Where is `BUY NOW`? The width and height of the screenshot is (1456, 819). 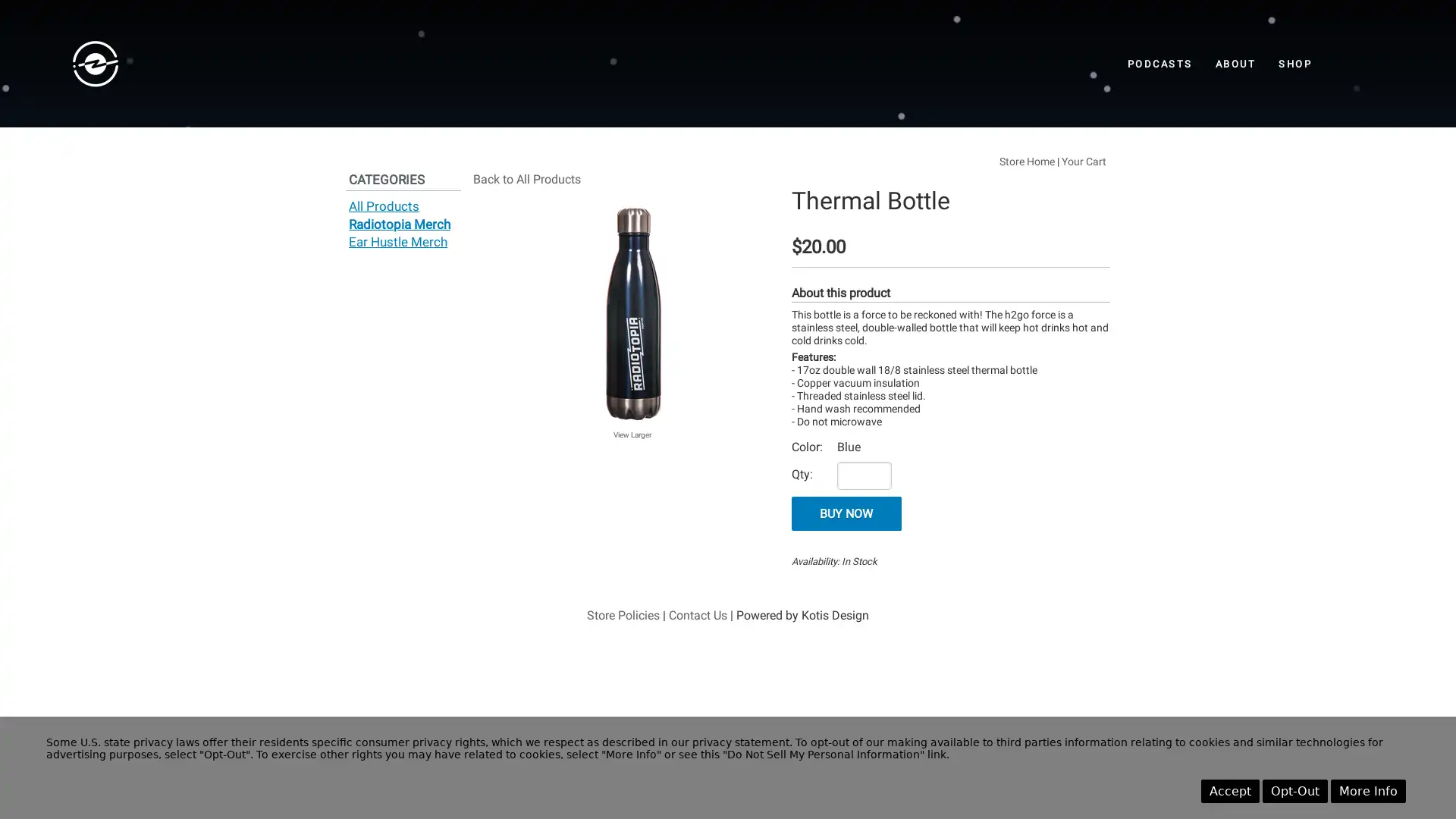
BUY NOW is located at coordinates (845, 513).